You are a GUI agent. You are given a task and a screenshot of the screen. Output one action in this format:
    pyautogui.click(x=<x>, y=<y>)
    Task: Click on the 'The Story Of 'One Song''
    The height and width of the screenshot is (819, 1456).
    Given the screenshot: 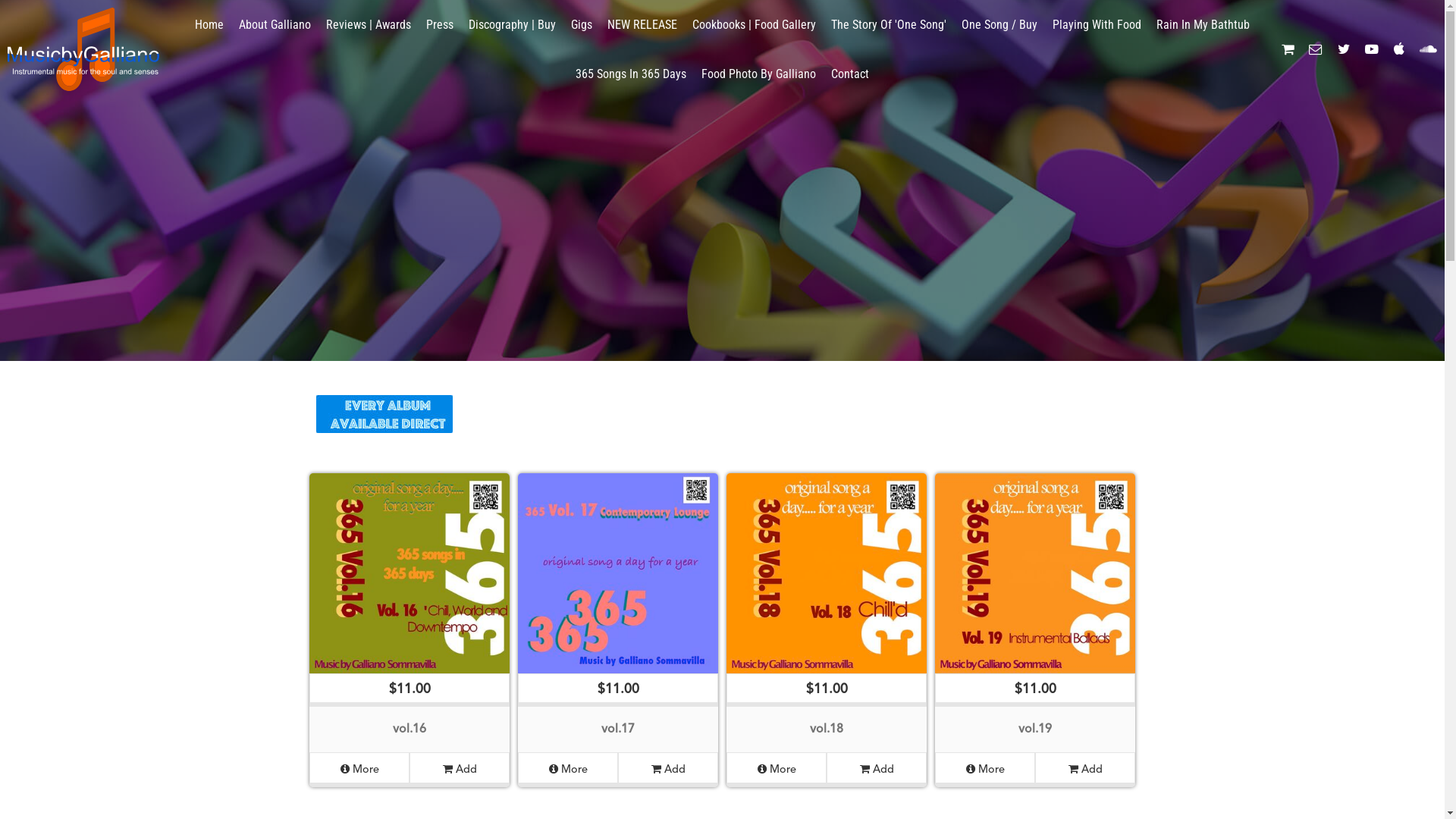 What is the action you would take?
    pyautogui.click(x=888, y=24)
    